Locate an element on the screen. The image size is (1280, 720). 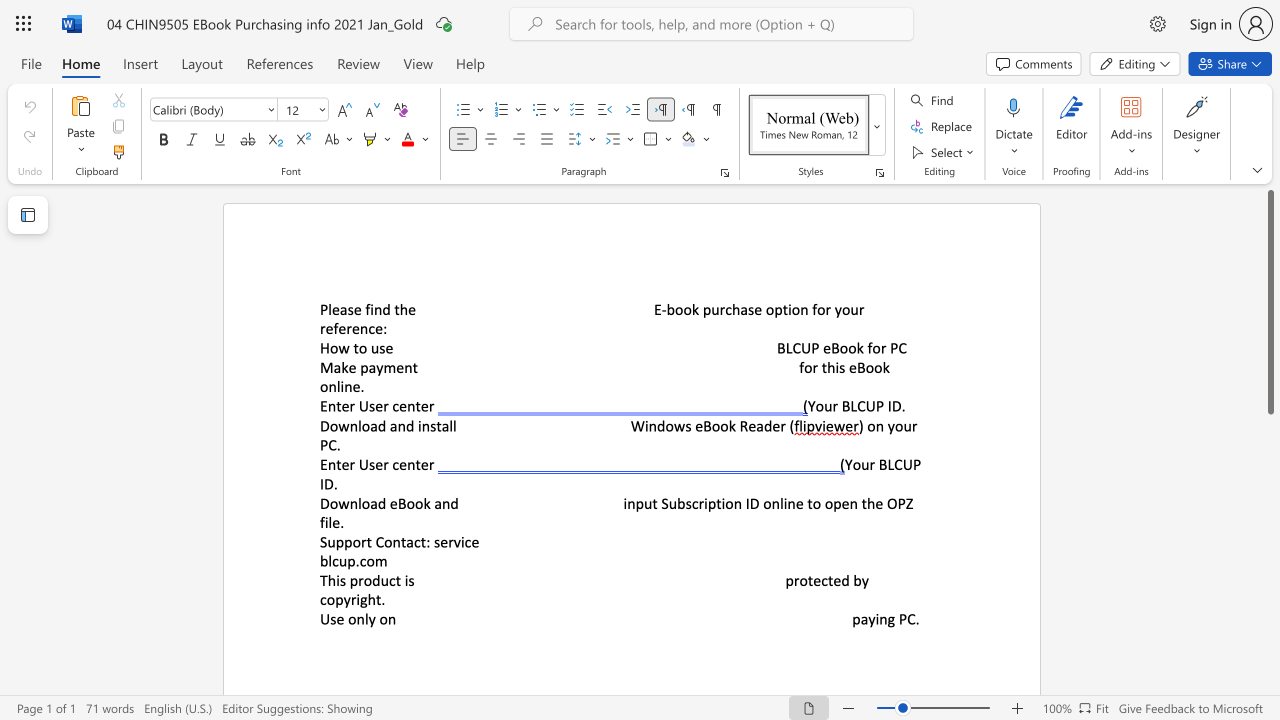
the 2th character "n" in the text is located at coordinates (392, 618).